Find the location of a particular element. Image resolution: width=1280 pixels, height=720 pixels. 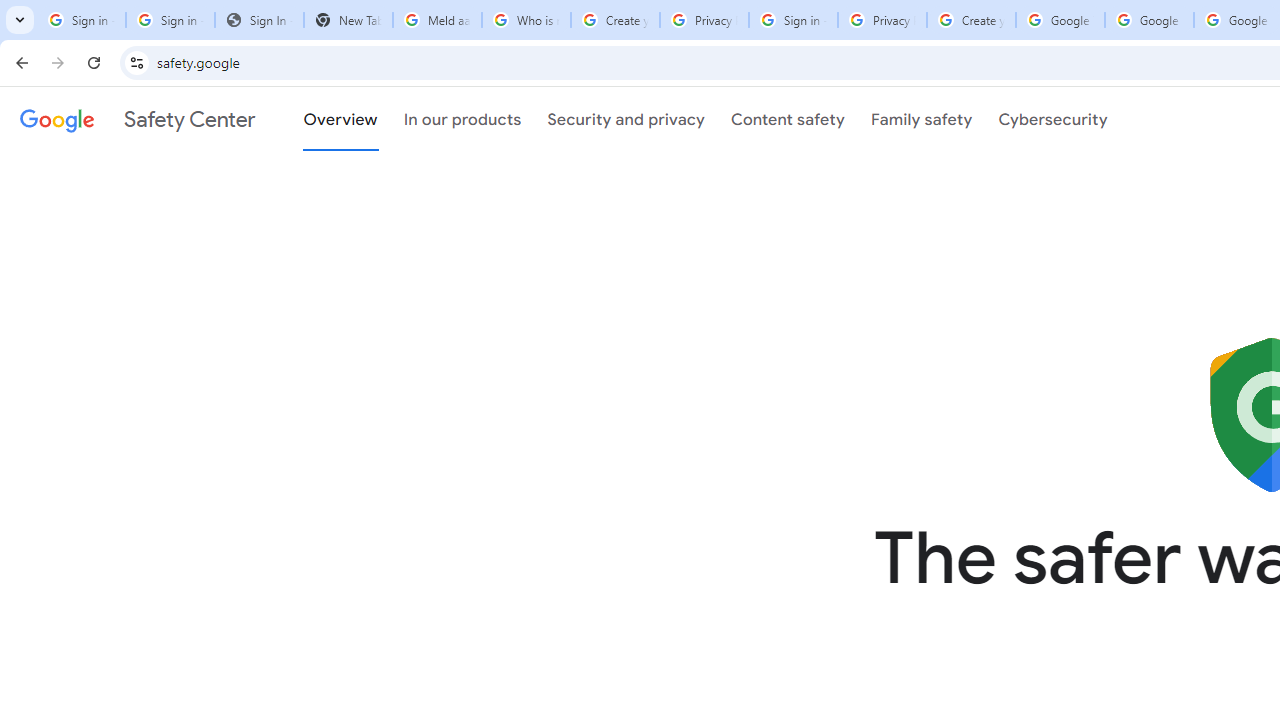

'Cybersecurity' is located at coordinates (1052, 119).